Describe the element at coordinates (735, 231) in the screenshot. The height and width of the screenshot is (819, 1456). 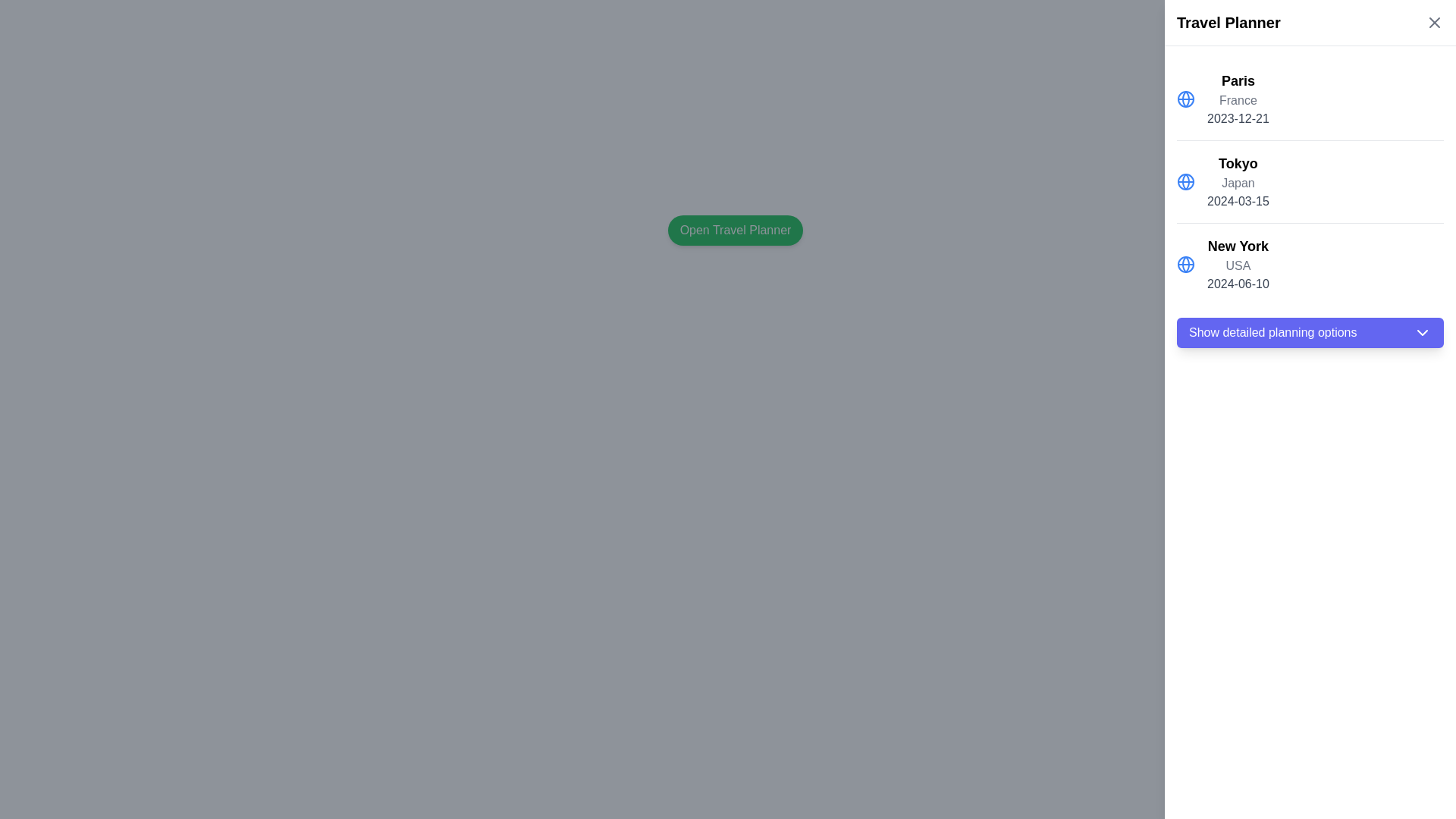
I see `the button with green background and white text reading 'Open Travel Planner'` at that location.